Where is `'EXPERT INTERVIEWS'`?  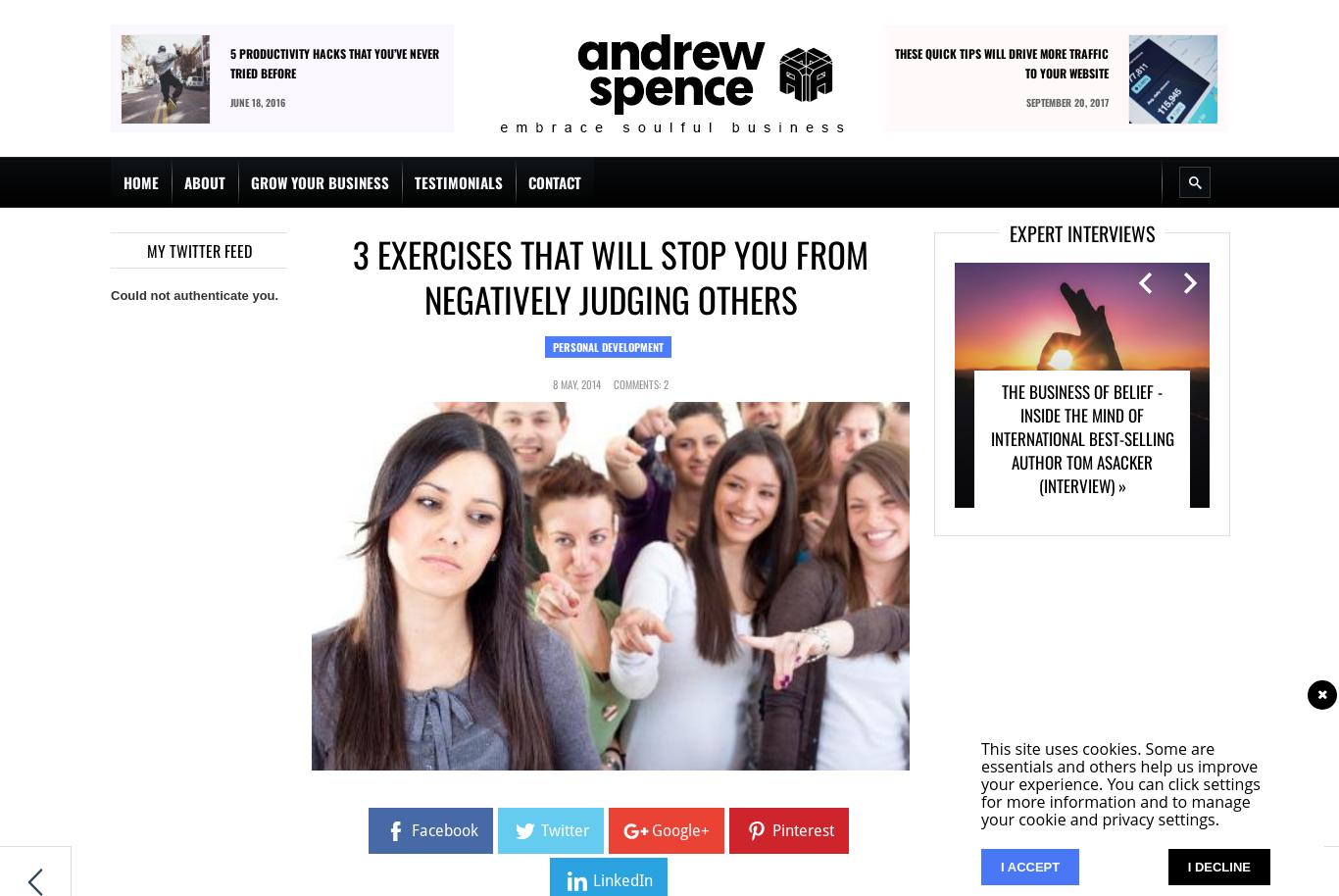
'EXPERT INTERVIEWS' is located at coordinates (1081, 232).